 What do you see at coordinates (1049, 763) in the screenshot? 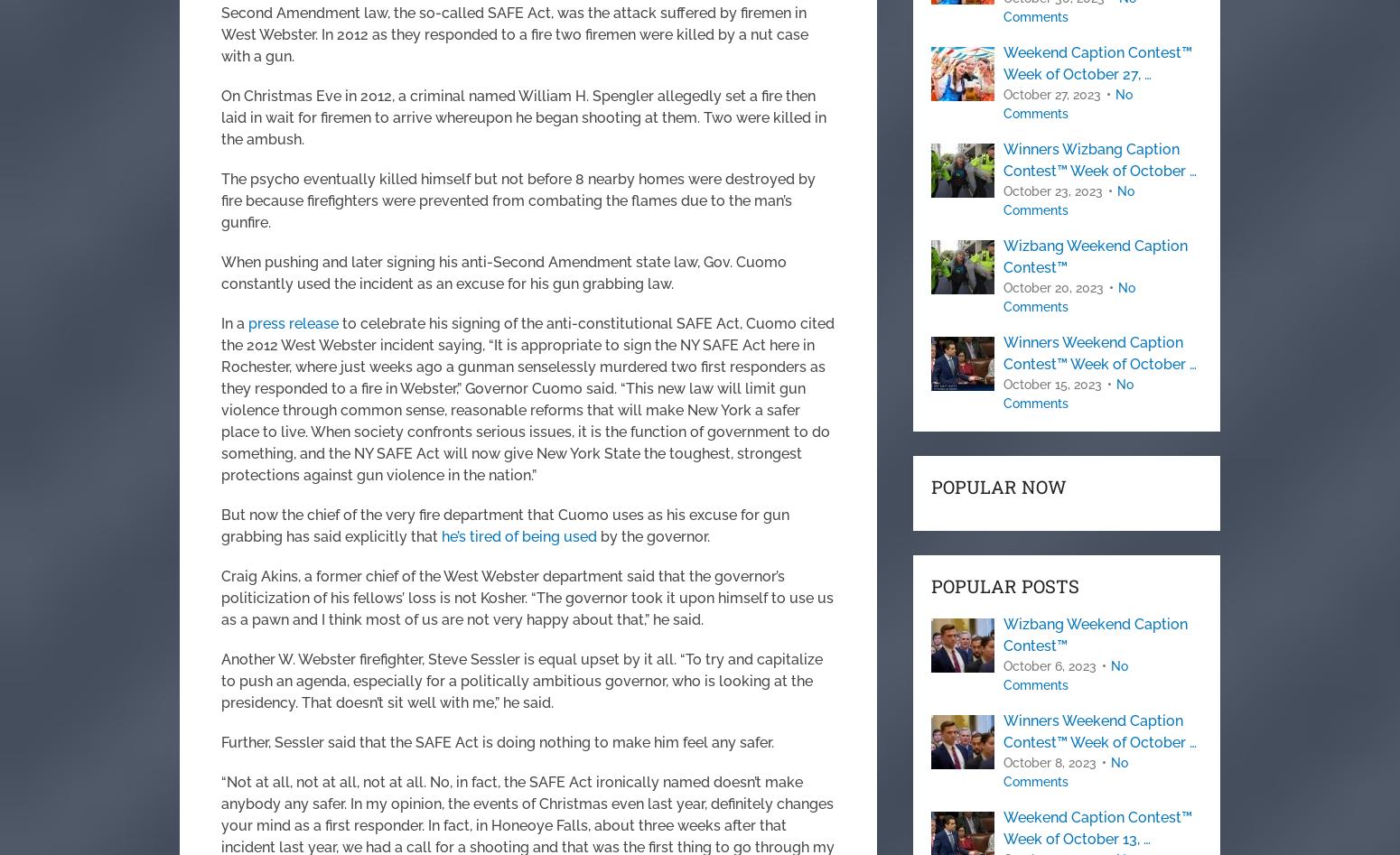
I see `'October 8, 2023'` at bounding box center [1049, 763].